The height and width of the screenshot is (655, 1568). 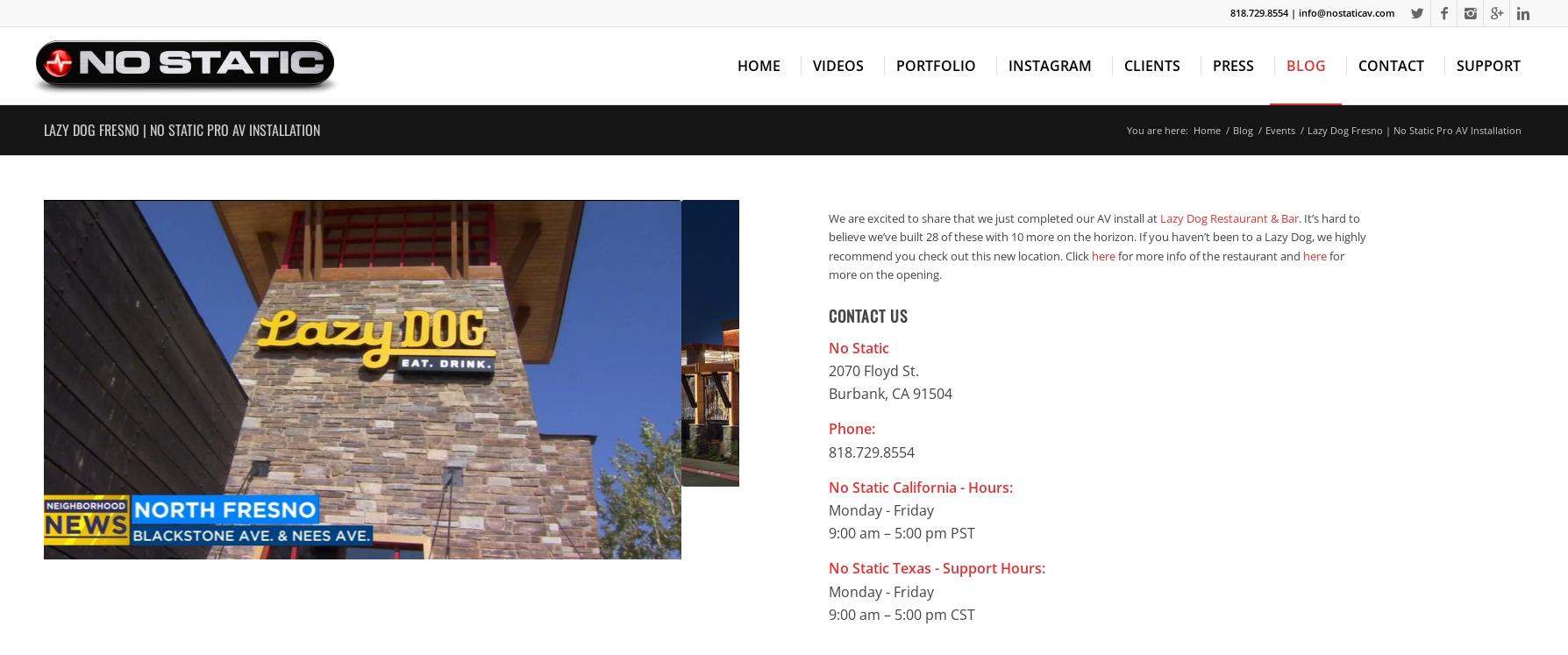 What do you see at coordinates (1095, 236) in the screenshot?
I see `'. It’s hard to believe we’ve built 28 of these with 10 more on the horizon. If you haven’t been to a Lazy Dog, we highly recommend you check out this new location. Click'` at bounding box center [1095, 236].